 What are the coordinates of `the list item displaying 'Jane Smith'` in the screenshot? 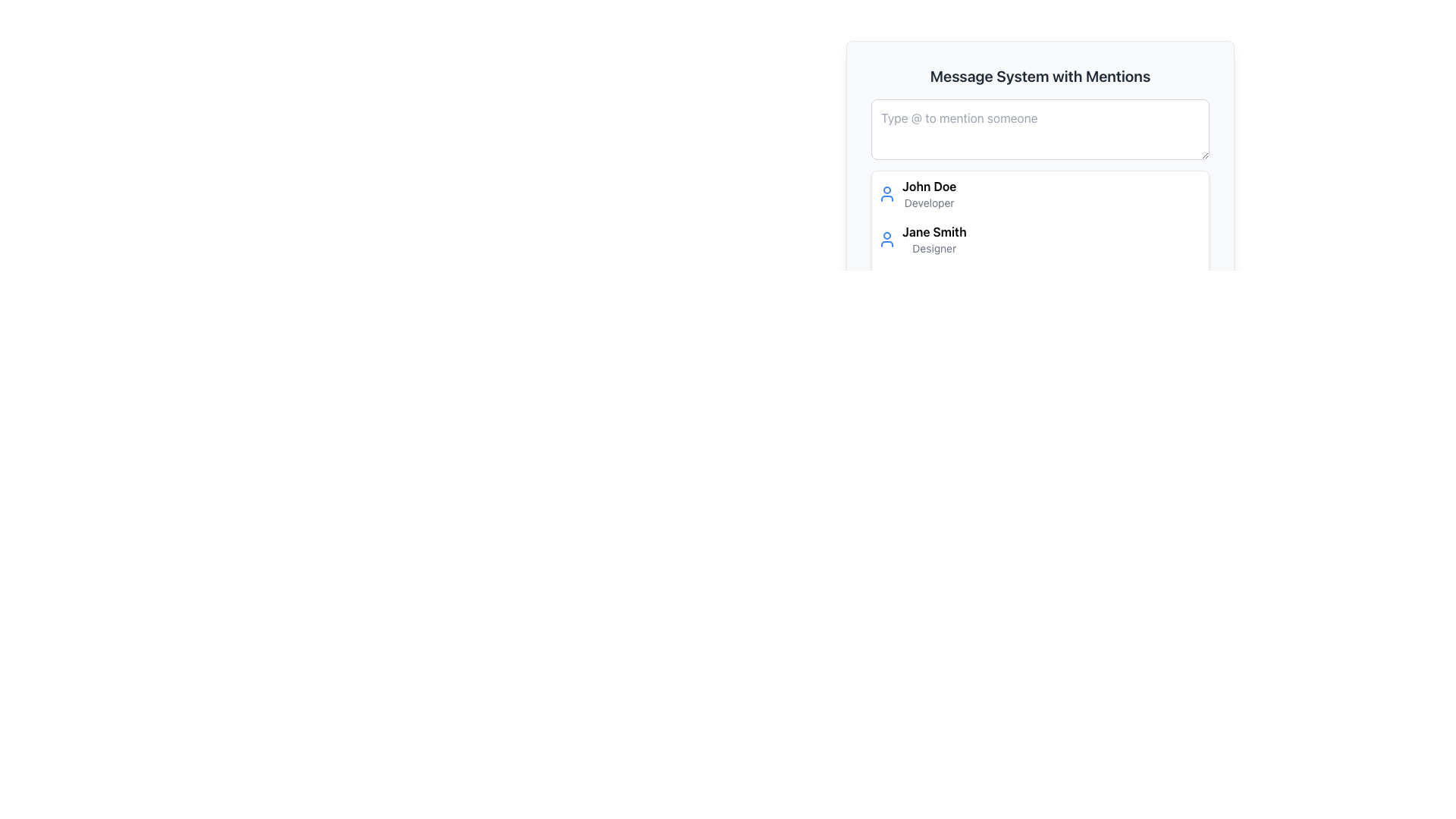 It's located at (1040, 239).